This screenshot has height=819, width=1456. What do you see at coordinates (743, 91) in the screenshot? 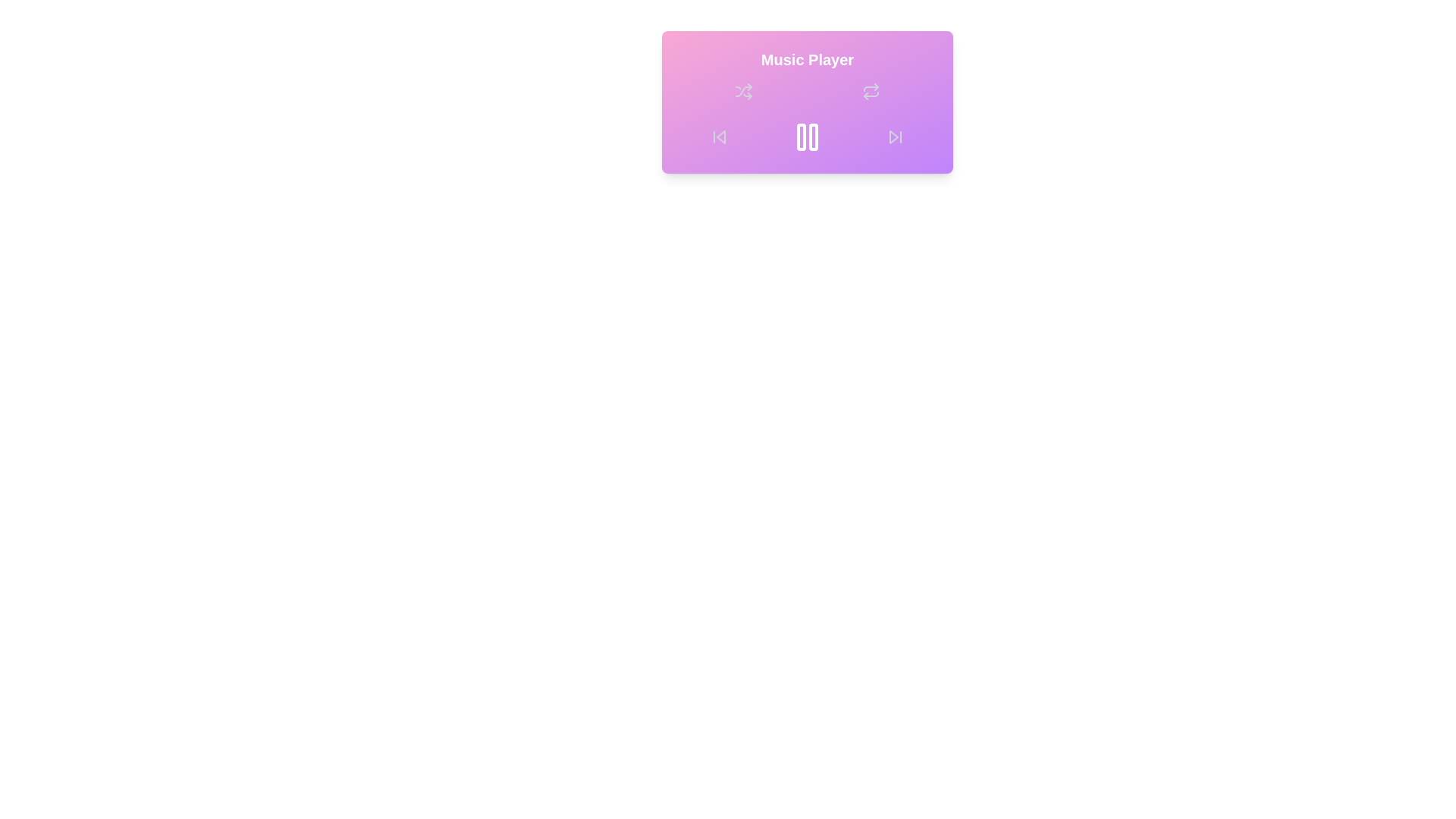
I see `the shuffle button to toggle the shuffle mode` at bounding box center [743, 91].